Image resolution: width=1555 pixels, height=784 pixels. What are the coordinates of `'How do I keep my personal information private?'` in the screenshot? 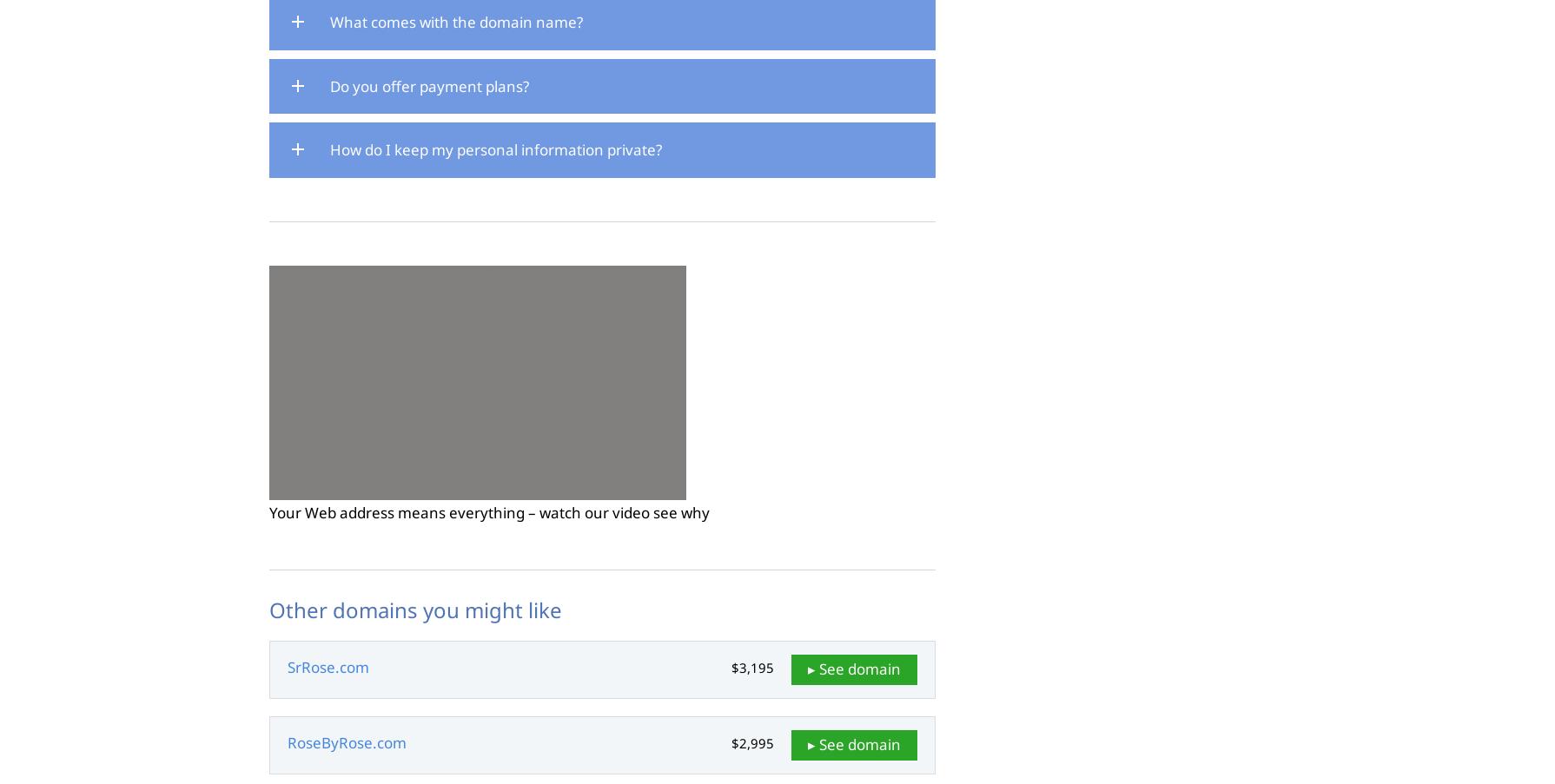 It's located at (495, 148).